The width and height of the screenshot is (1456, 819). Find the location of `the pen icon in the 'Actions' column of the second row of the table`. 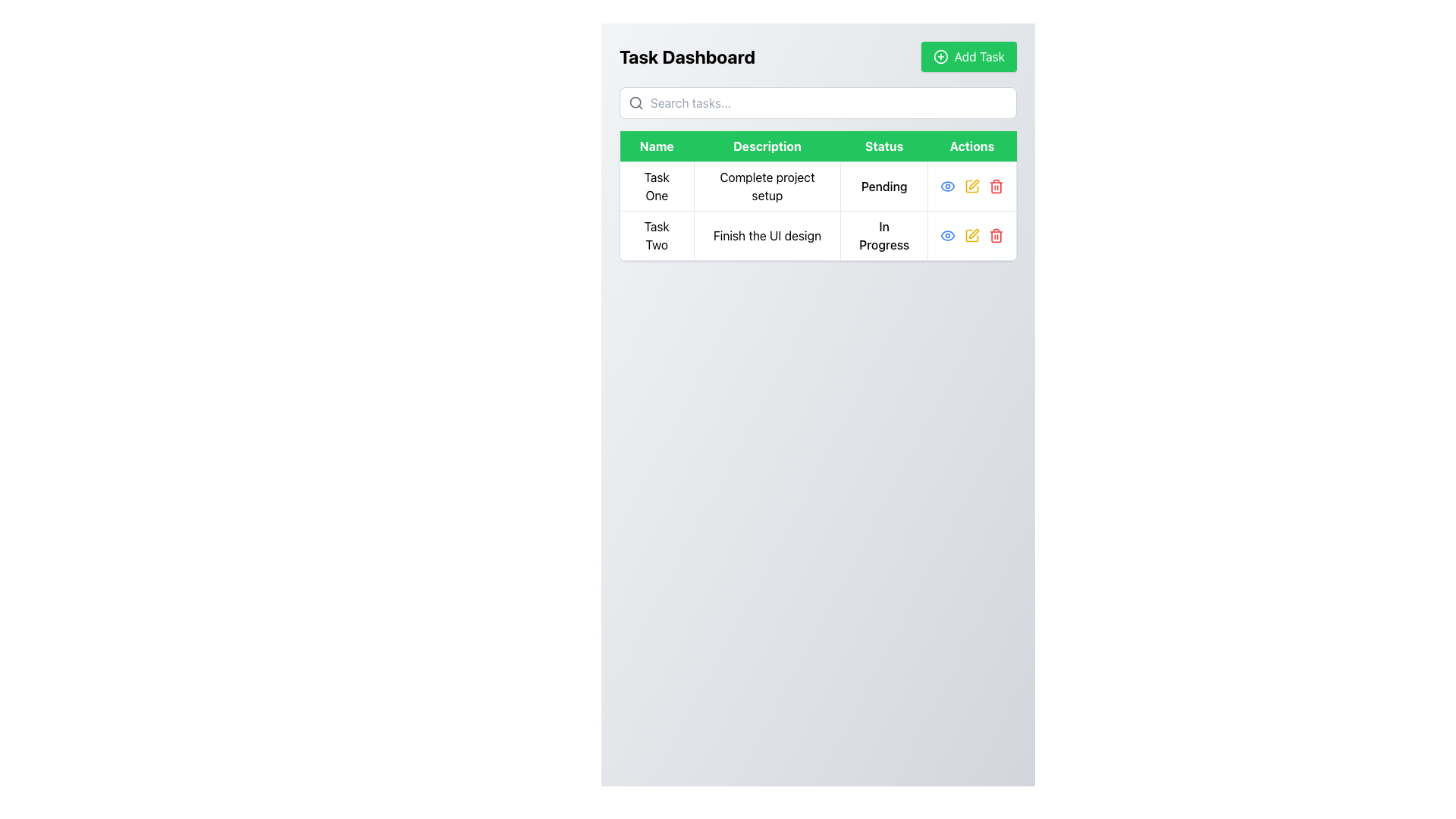

the pen icon in the 'Actions' column of the second row of the table is located at coordinates (973, 184).